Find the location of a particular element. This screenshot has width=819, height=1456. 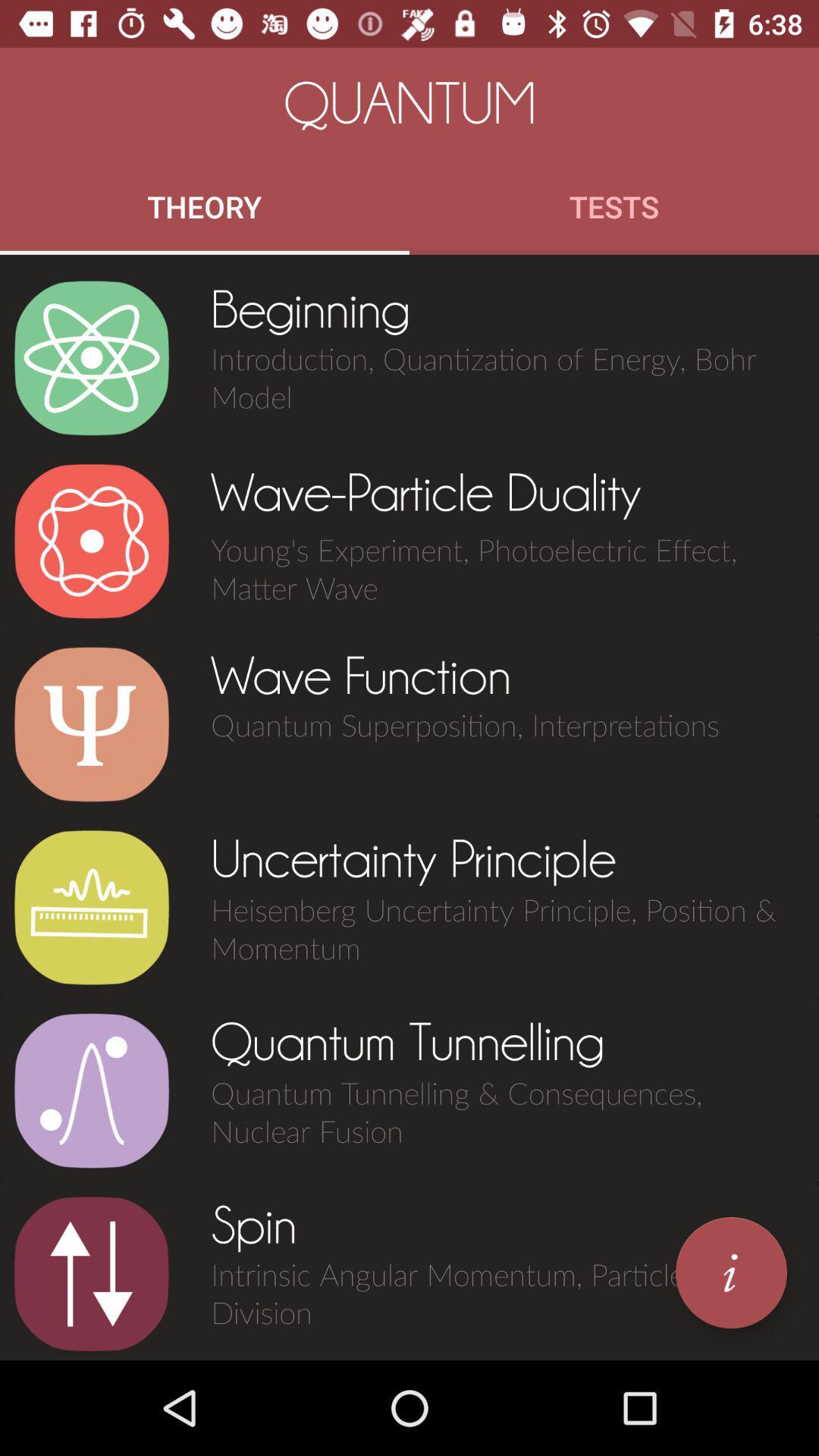

quantum tunneling section is located at coordinates (91, 1090).